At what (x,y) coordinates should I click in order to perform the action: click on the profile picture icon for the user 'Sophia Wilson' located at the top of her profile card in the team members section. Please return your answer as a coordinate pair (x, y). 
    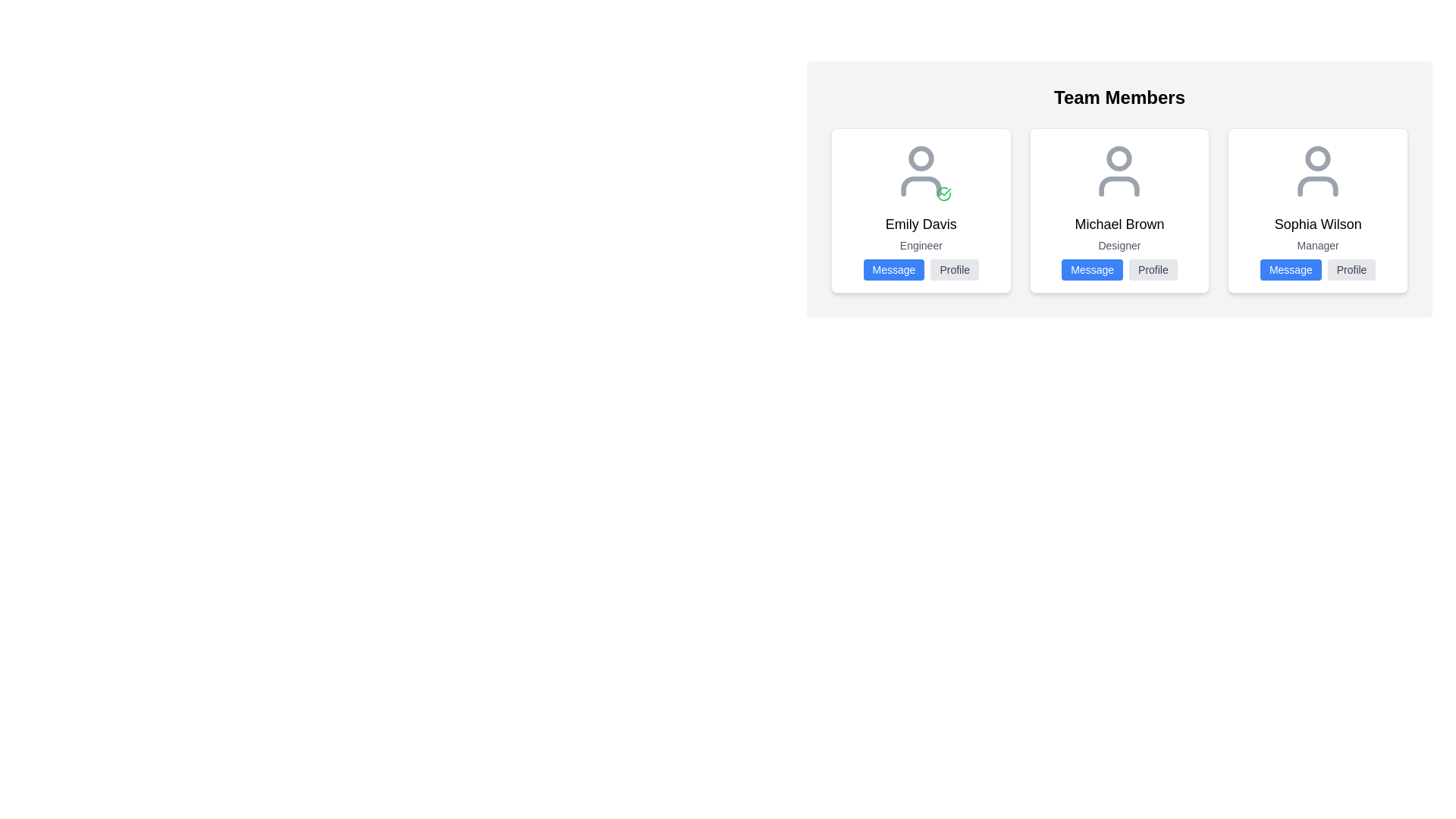
    Looking at the image, I should click on (1316, 158).